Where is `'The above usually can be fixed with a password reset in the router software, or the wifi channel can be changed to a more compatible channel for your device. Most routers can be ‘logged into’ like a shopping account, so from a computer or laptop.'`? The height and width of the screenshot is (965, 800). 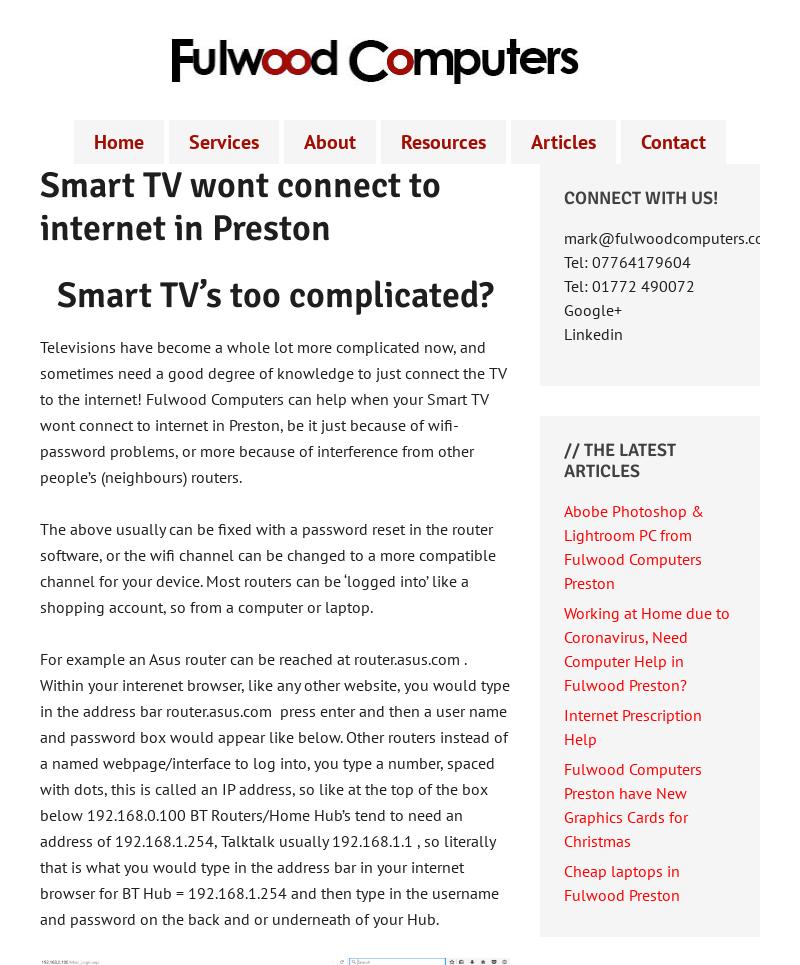
'The above usually can be fixed with a password reset in the router software, or the wifi channel can be changed to a more compatible channel for your device. Most routers can be ‘logged into’ like a shopping account, so from a computer or laptop.' is located at coordinates (268, 567).